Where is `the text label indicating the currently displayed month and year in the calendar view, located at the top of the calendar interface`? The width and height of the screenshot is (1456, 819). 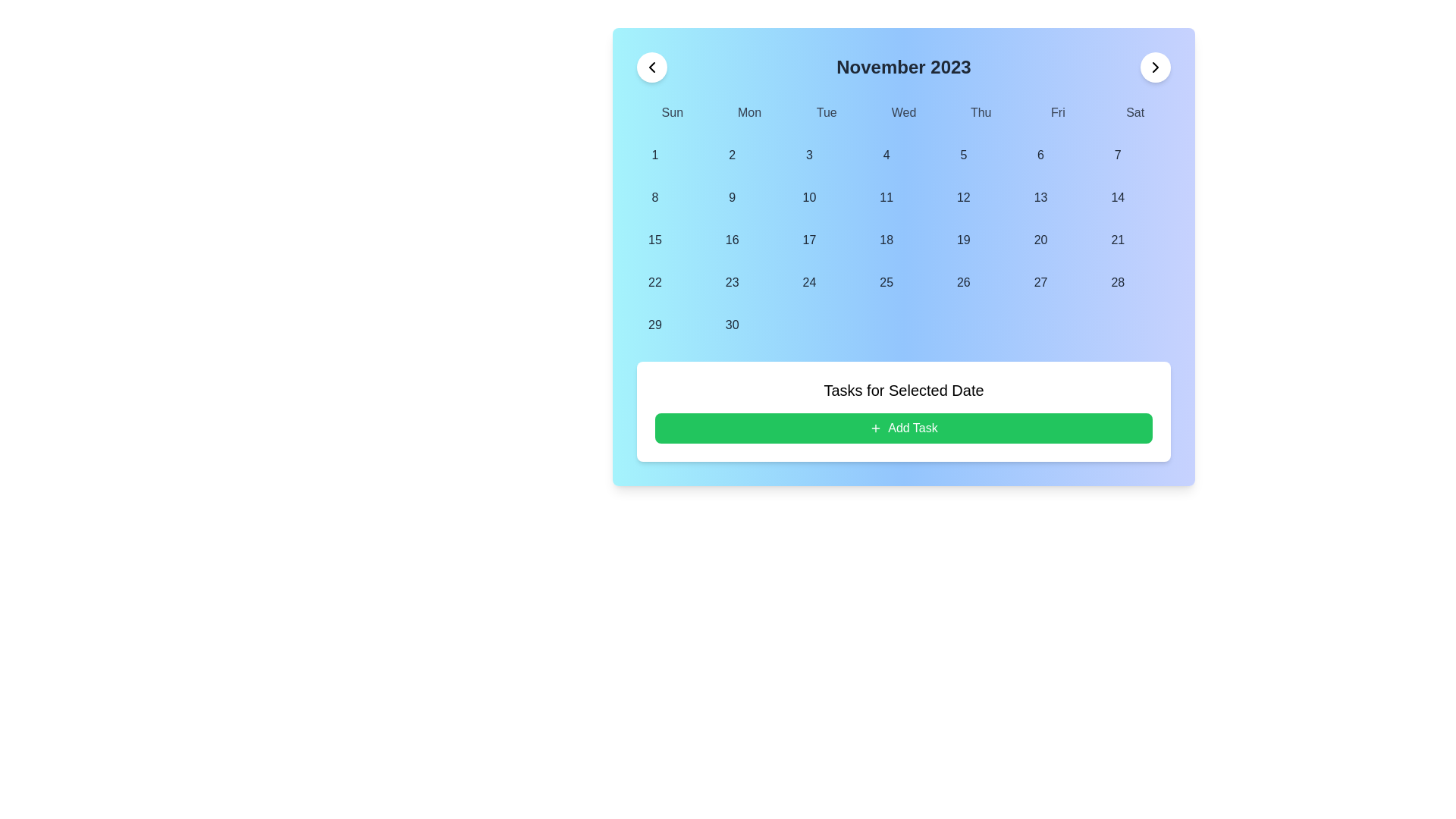
the text label indicating the currently displayed month and year in the calendar view, located at the top of the calendar interface is located at coordinates (903, 66).